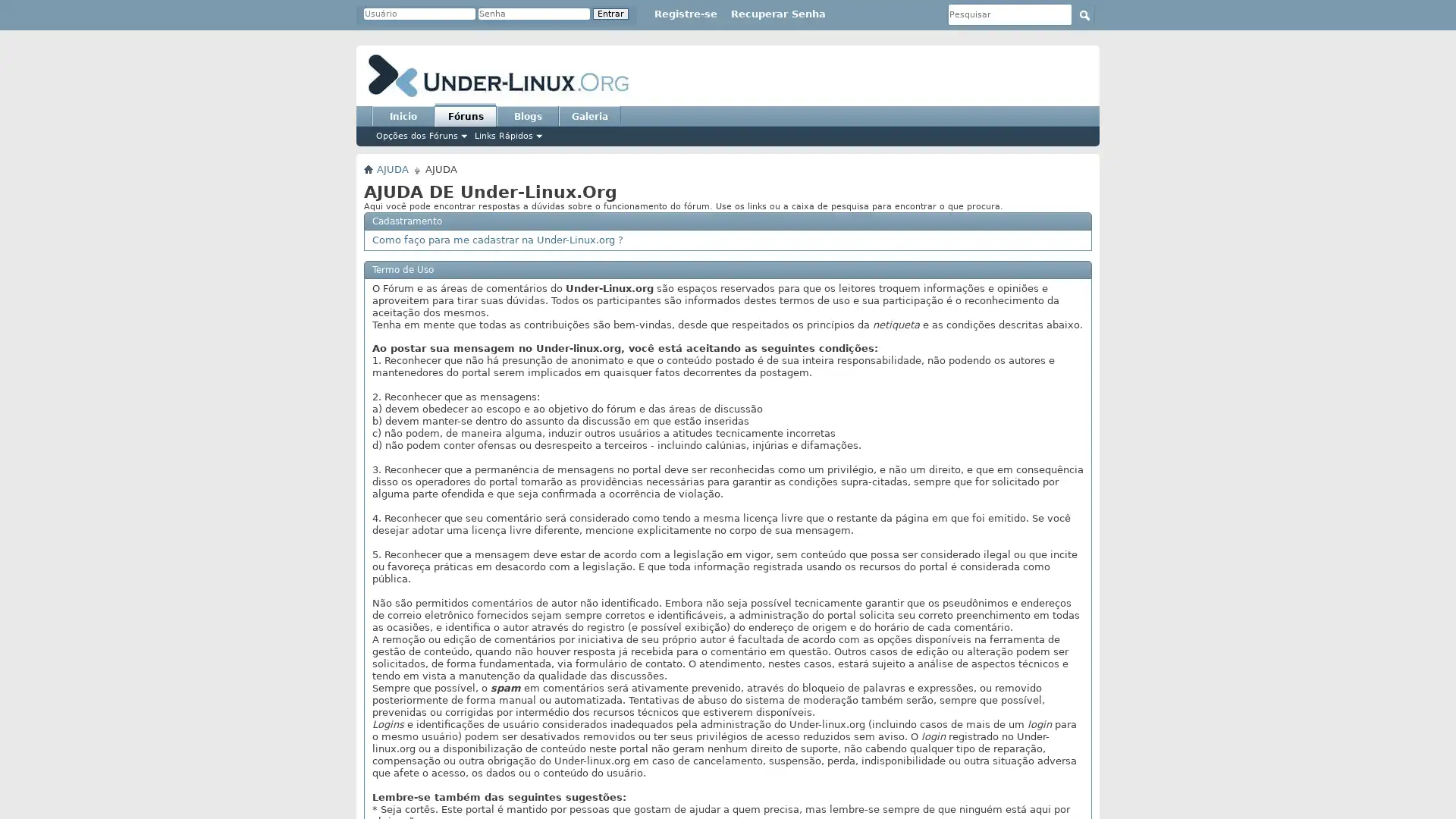 The image size is (1456, 819). What do you see at coordinates (1084, 14) in the screenshot?
I see `Submit` at bounding box center [1084, 14].